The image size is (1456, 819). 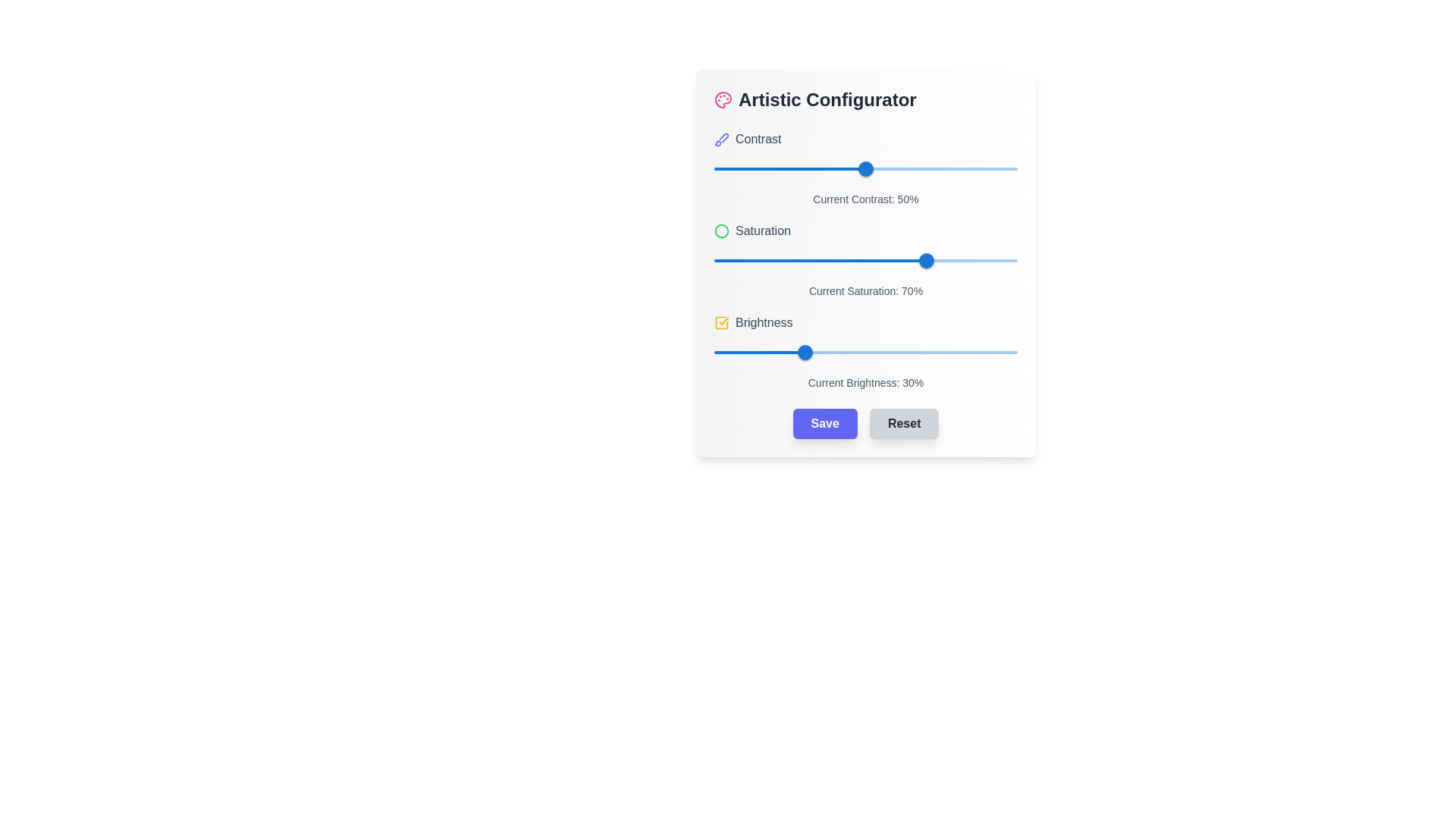 I want to click on the contrast level, so click(x=801, y=169).